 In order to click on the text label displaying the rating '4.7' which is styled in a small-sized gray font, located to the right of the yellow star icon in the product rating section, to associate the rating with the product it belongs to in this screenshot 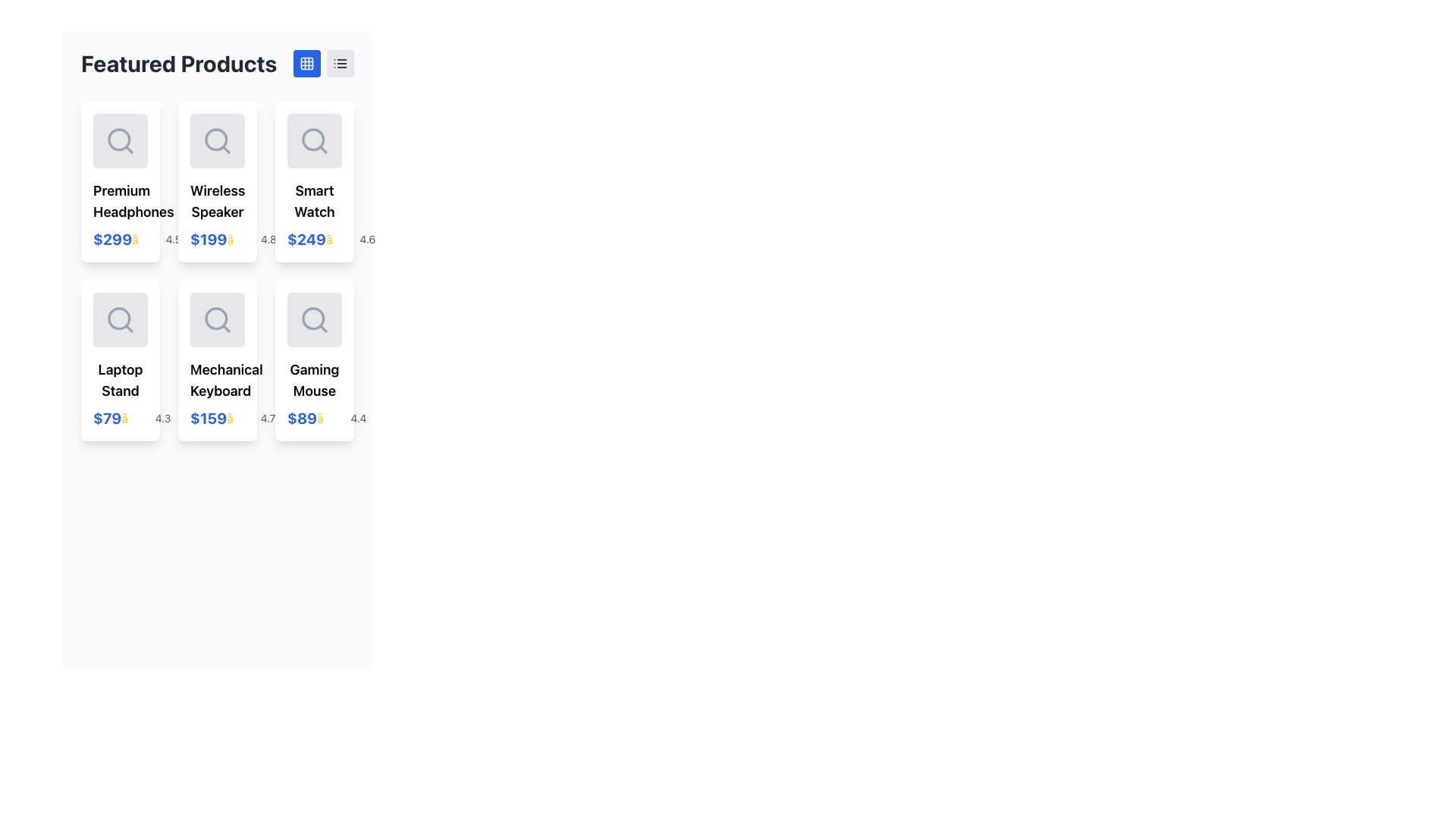, I will do `click(268, 418)`.